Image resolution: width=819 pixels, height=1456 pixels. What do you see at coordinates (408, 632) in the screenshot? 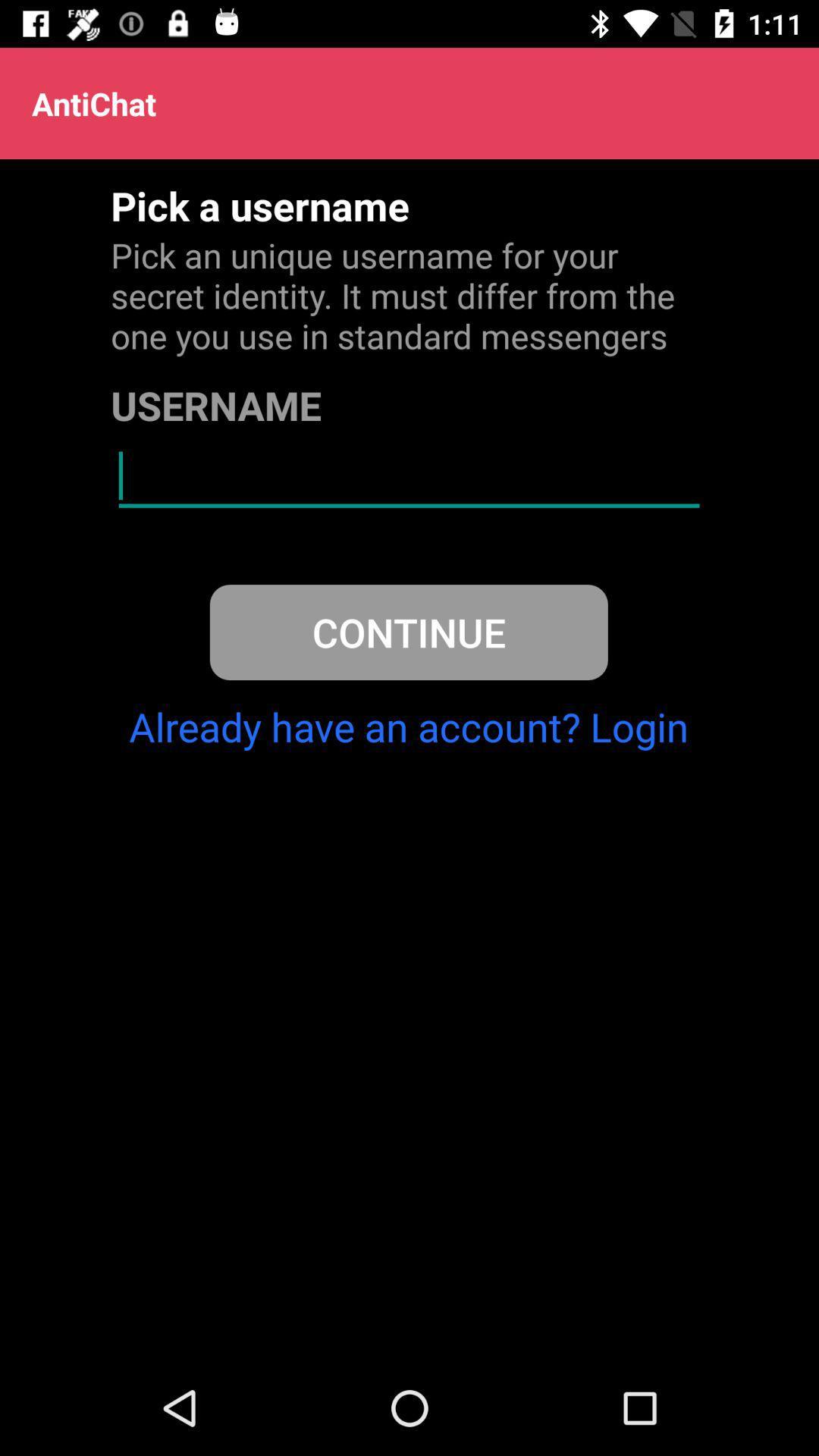
I see `continue icon` at bounding box center [408, 632].